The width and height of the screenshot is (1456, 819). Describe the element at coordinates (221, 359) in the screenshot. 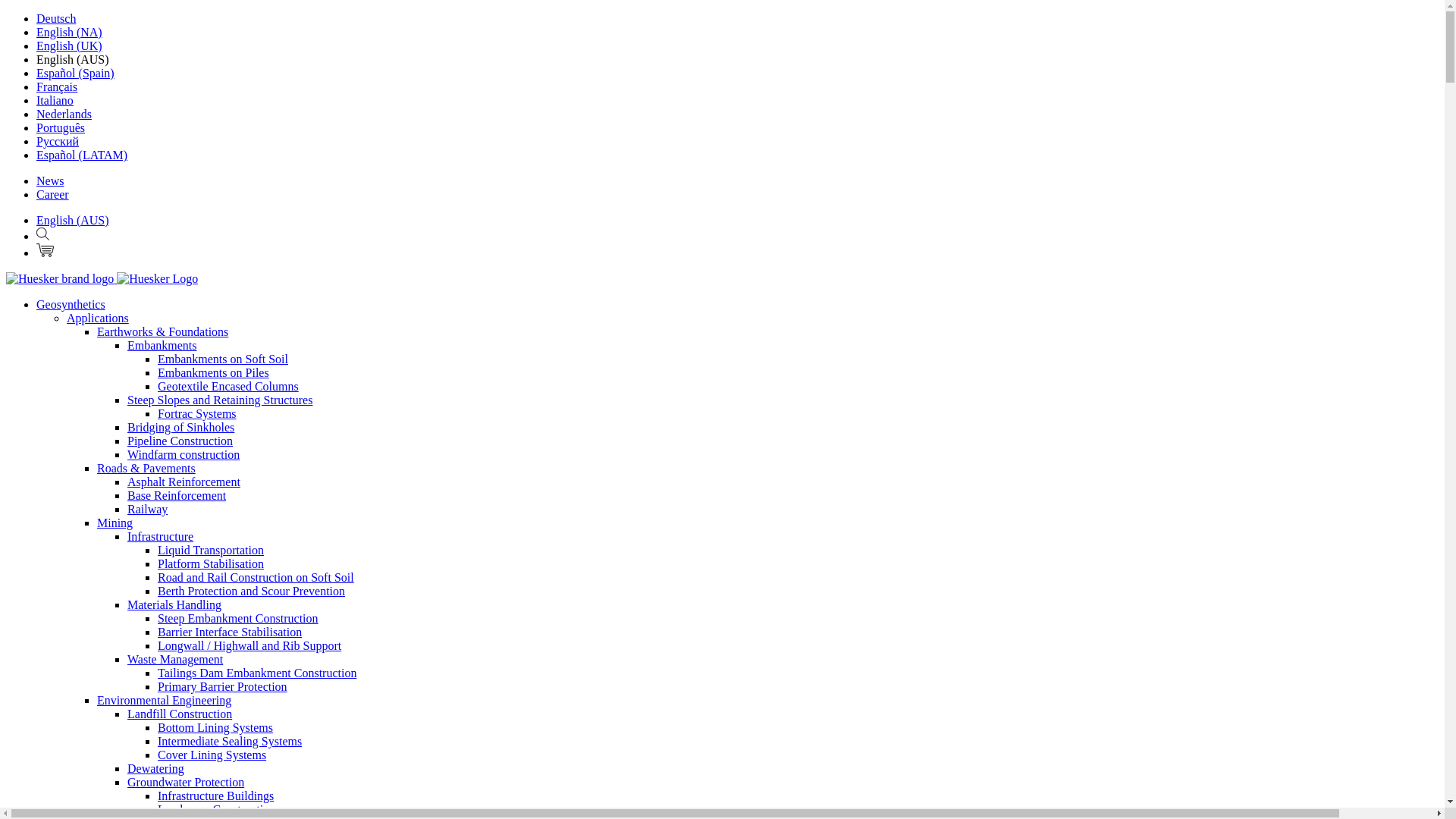

I see `'Embankments on Soft Soil'` at that location.